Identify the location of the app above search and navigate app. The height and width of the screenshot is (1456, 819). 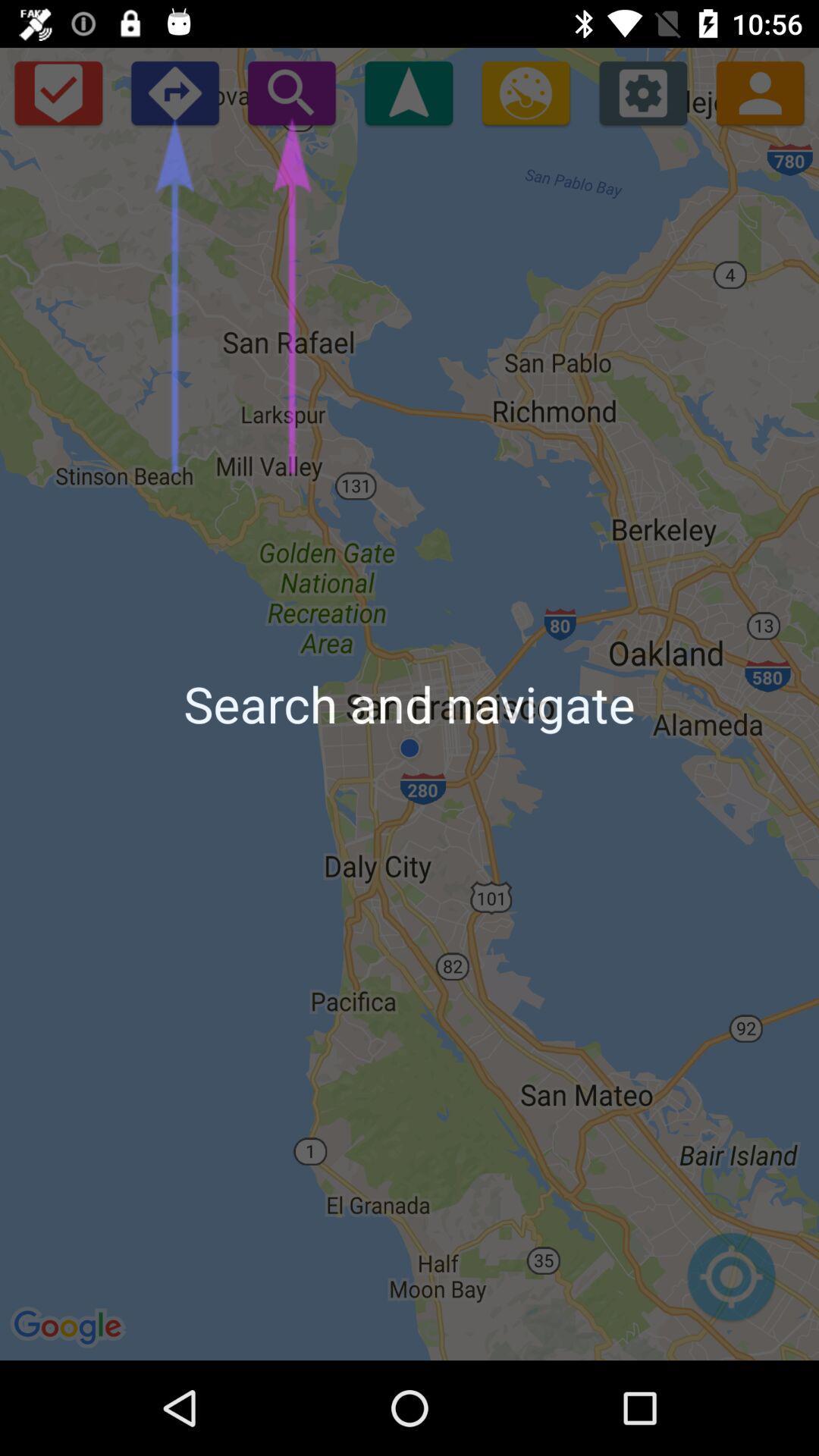
(408, 92).